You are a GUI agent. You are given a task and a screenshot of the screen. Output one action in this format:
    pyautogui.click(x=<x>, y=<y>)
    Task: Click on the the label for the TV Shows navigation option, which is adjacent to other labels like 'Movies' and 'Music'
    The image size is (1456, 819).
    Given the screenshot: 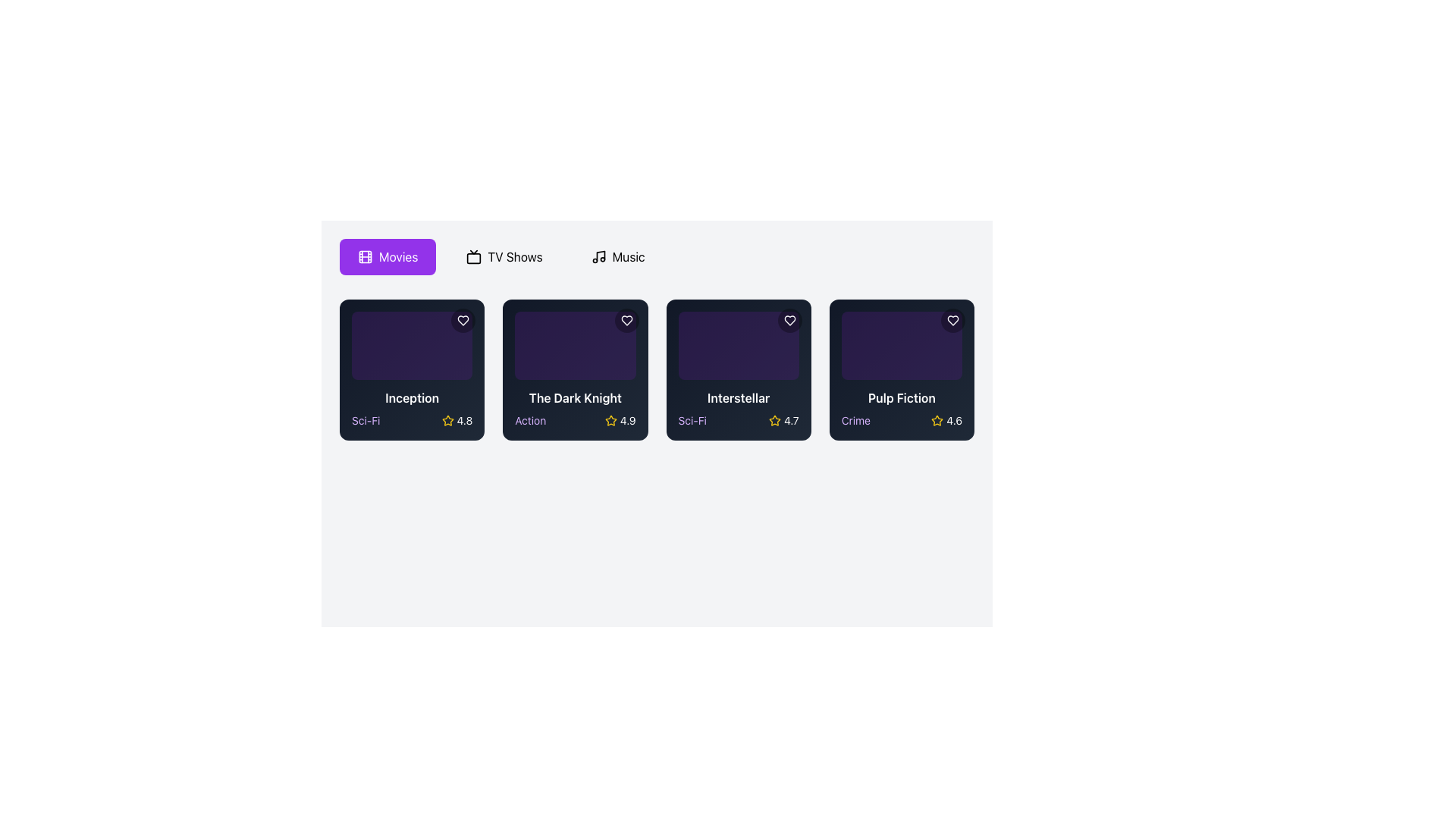 What is the action you would take?
    pyautogui.click(x=515, y=256)
    